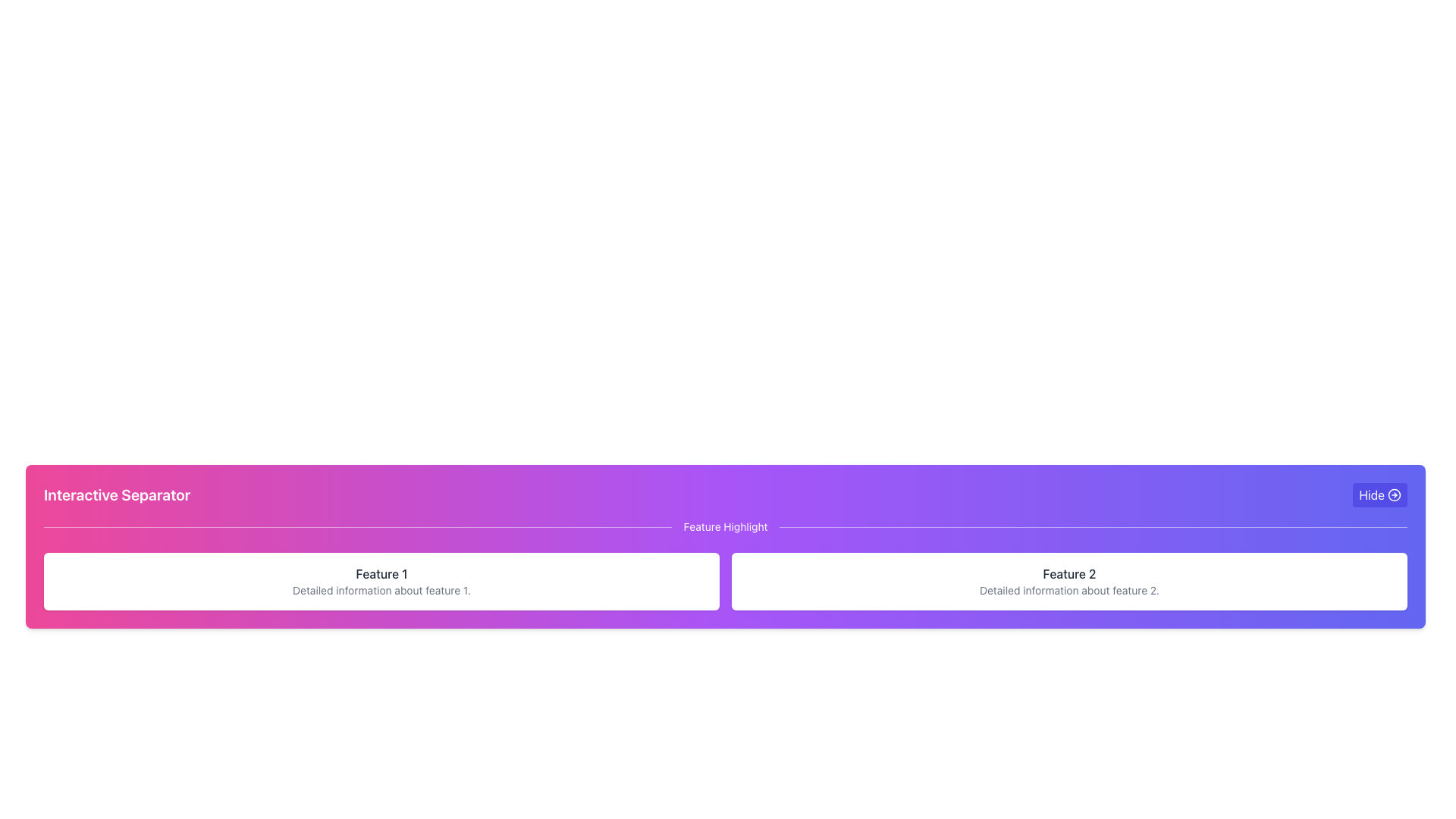 This screenshot has height=819, width=1456. Describe the element at coordinates (381, 590) in the screenshot. I see `the text block that contains the description 'Detailed information about feature 1.' located within the white rounded card under the title 'Feature 1.'` at that location.